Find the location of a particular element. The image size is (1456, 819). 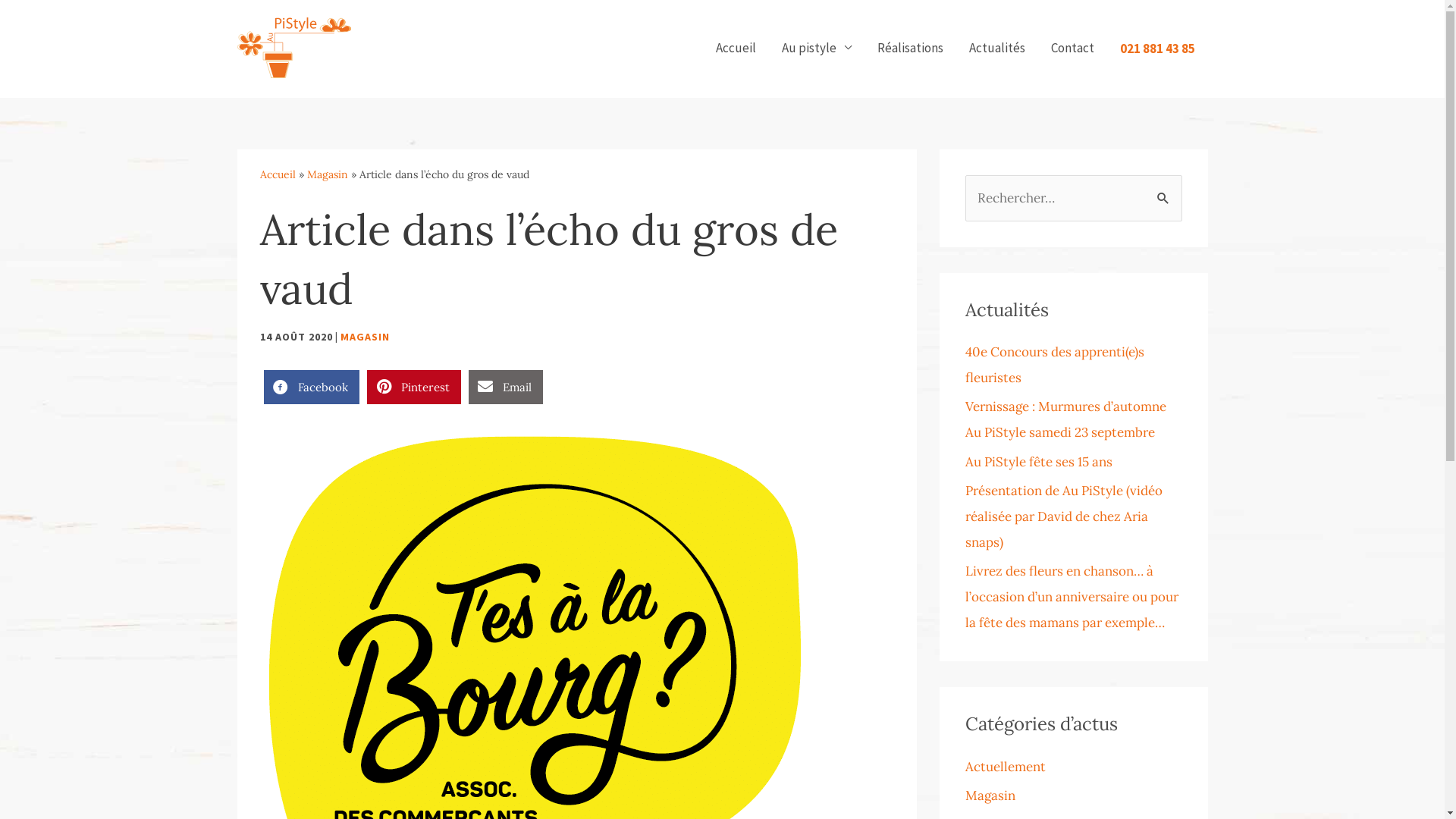

'Contact' is located at coordinates (1071, 46).